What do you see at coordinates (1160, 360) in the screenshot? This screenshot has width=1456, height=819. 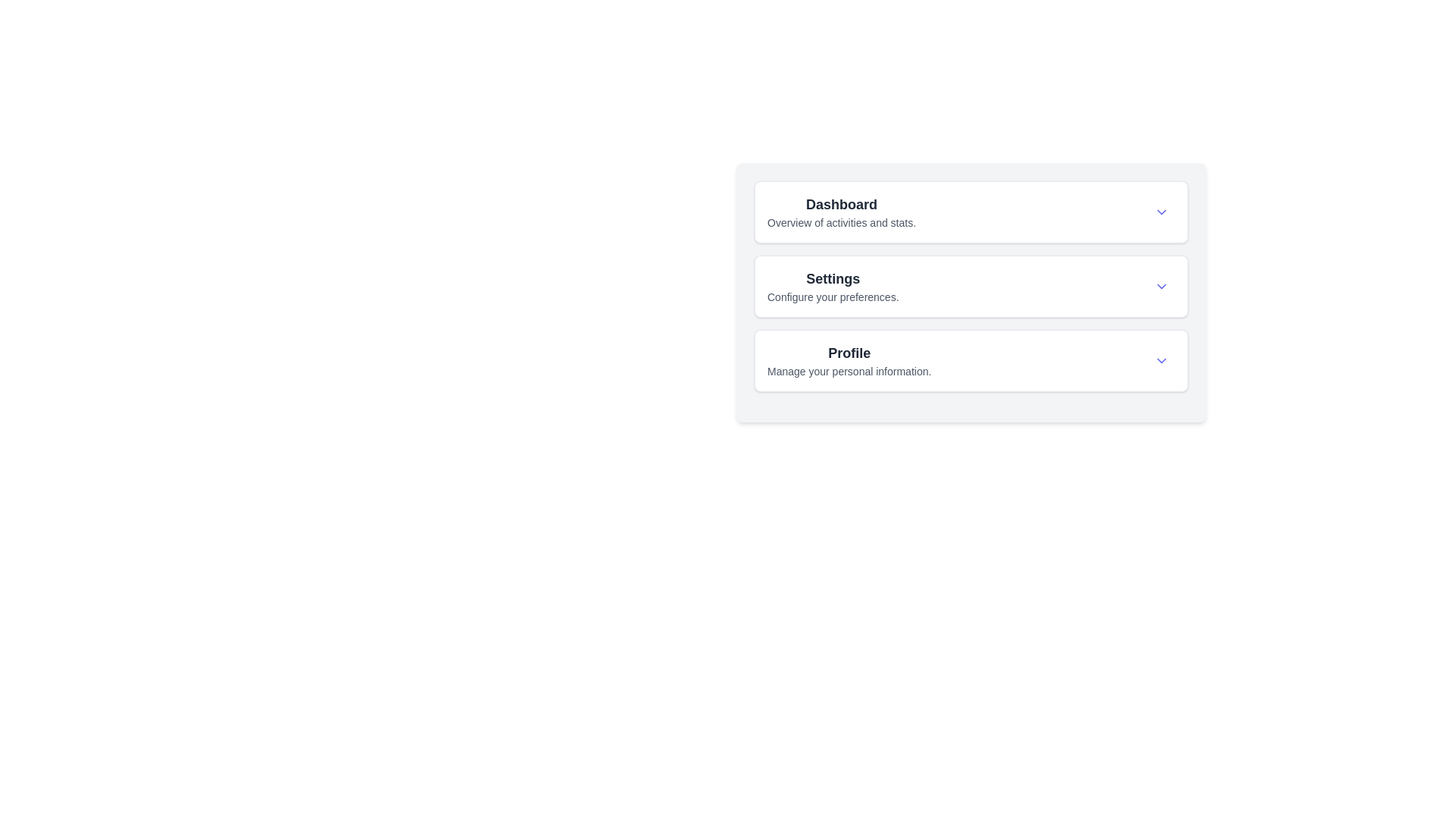 I see `the downward chevron button styled in indigo at the bottom right of the 'Profile' section` at bounding box center [1160, 360].